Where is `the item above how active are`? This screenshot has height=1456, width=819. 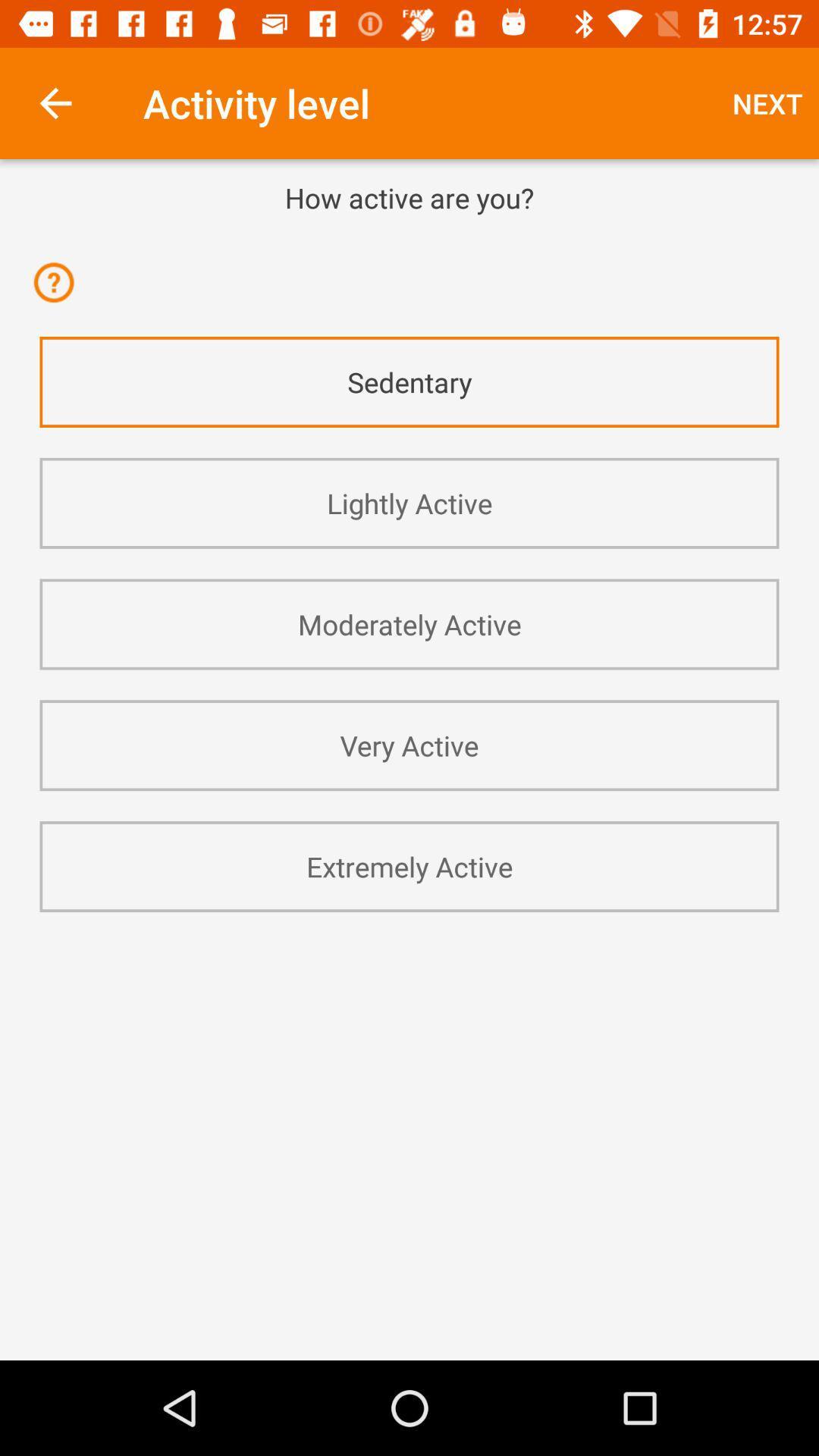
the item above how active are is located at coordinates (767, 102).